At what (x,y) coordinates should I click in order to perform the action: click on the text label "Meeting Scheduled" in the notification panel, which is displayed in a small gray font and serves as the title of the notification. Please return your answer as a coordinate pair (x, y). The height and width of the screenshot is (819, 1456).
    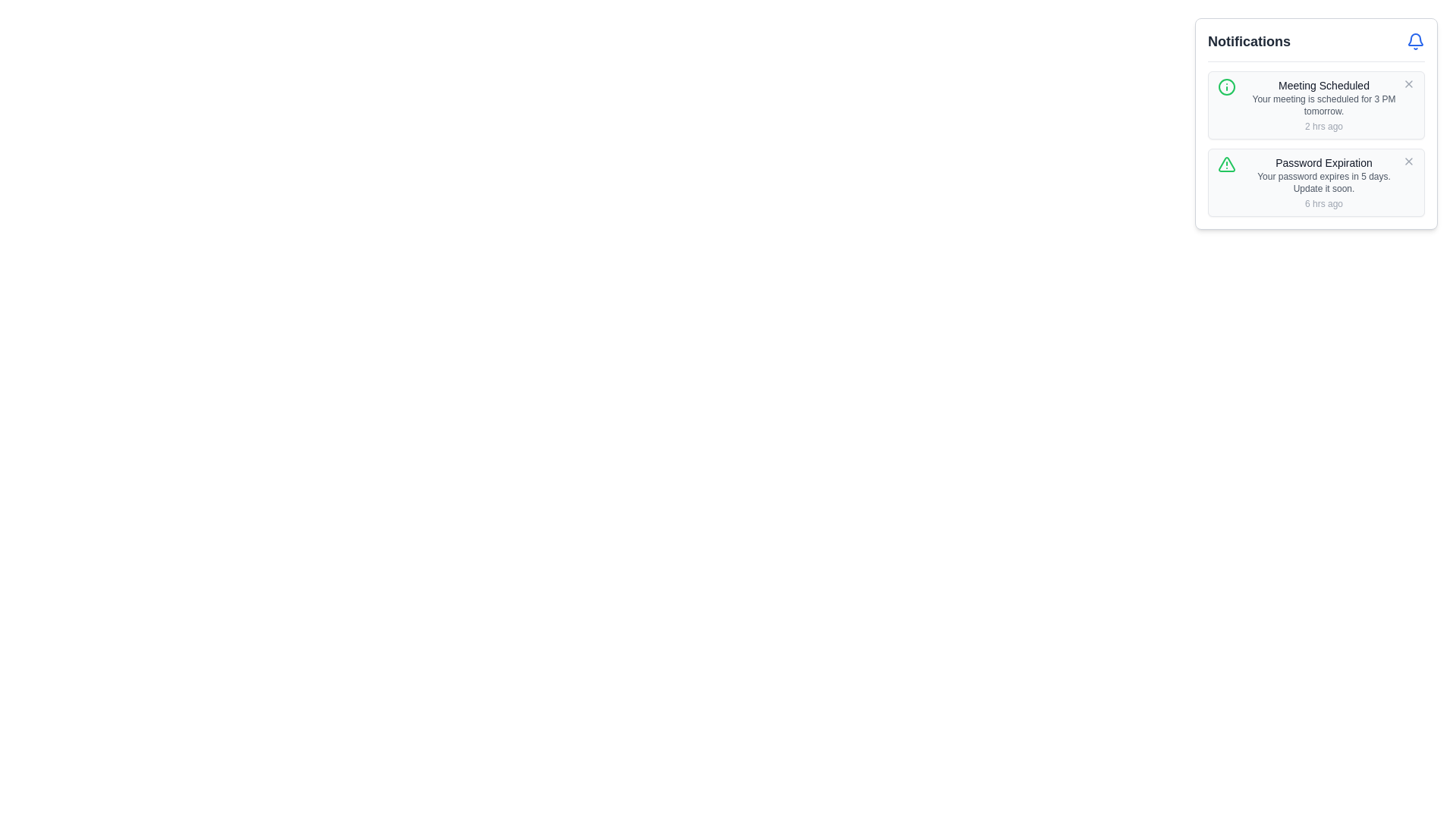
    Looking at the image, I should click on (1323, 85).